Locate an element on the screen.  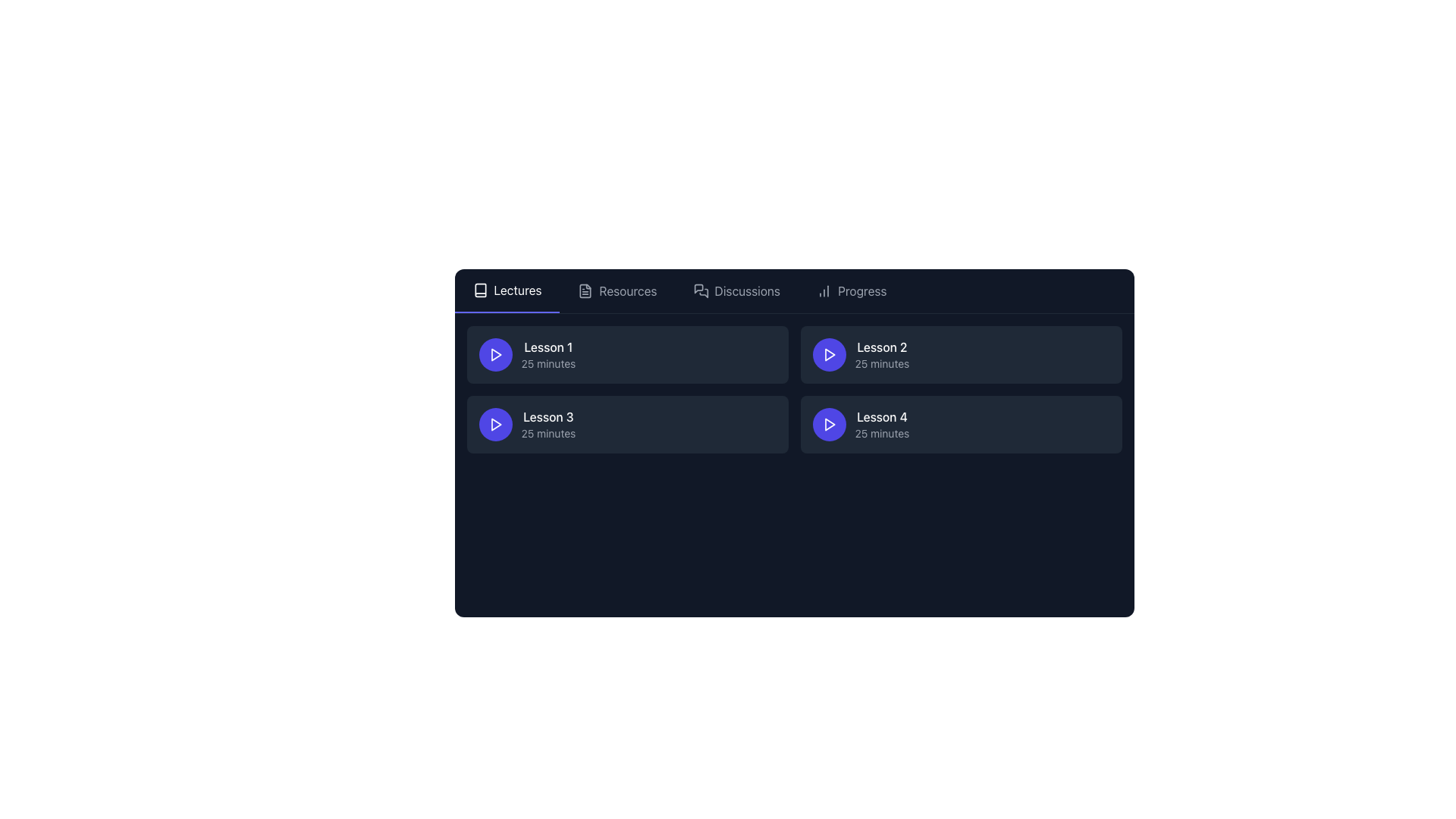
the static text display that conveys the duration information related to 'Lesson 1', located below the 'Lesson 1' text in the top-left corner of a four-item grid layout is located at coordinates (548, 363).